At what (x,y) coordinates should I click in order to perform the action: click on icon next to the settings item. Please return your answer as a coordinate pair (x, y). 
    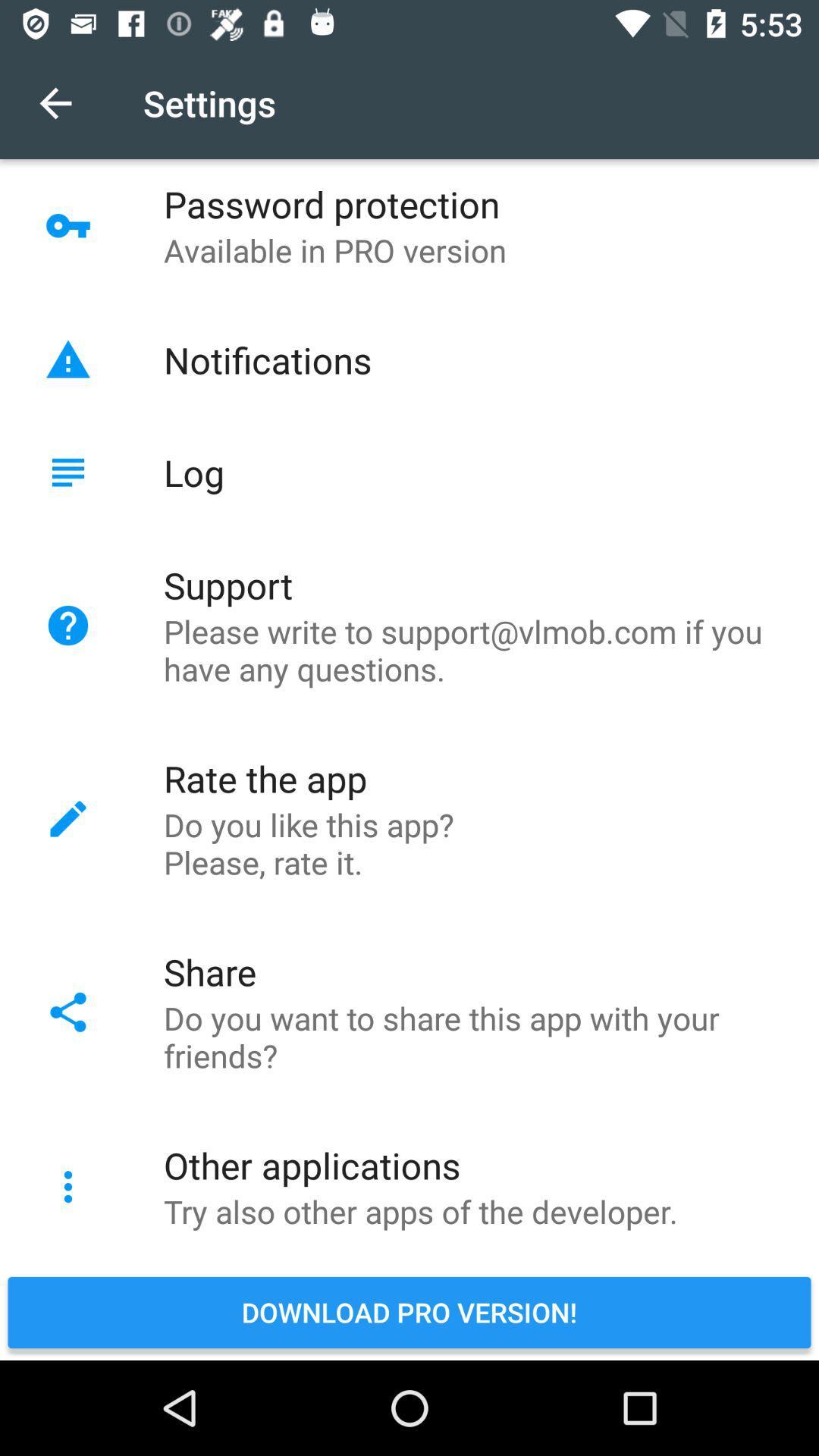
    Looking at the image, I should click on (55, 102).